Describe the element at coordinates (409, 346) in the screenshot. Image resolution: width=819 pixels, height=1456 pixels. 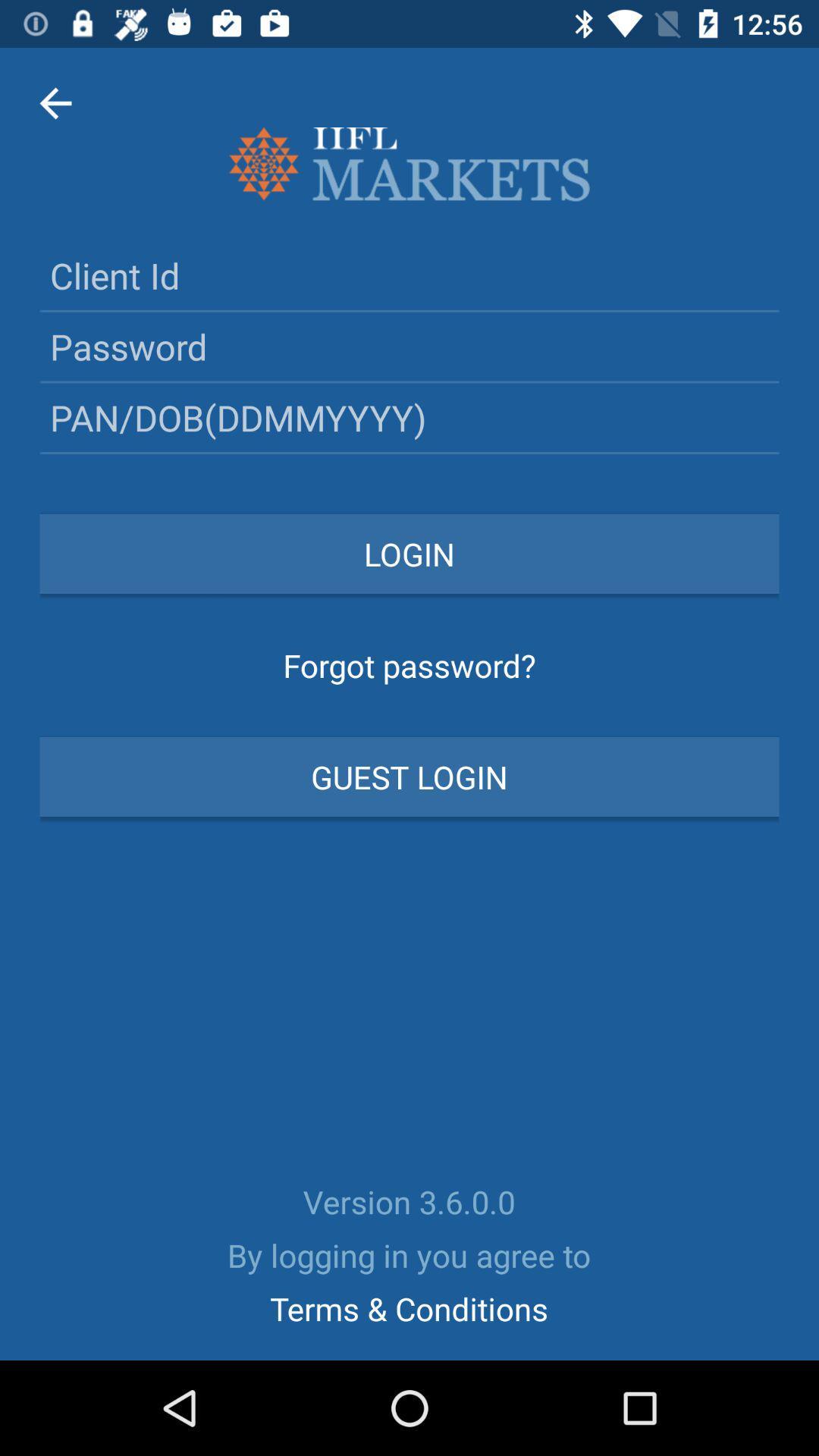
I see `login password` at that location.